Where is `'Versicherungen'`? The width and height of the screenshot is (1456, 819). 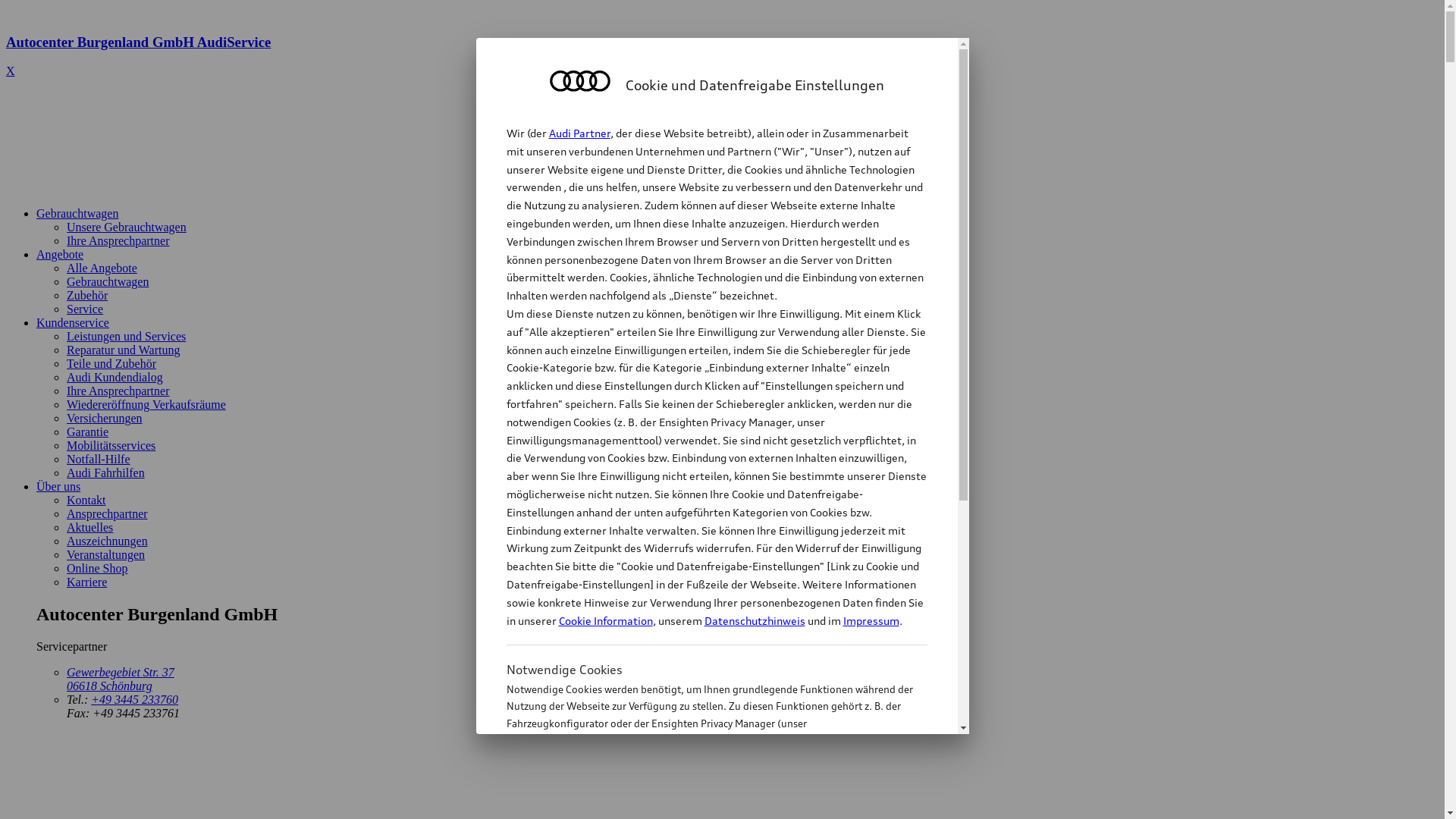
'Versicherungen' is located at coordinates (104, 418).